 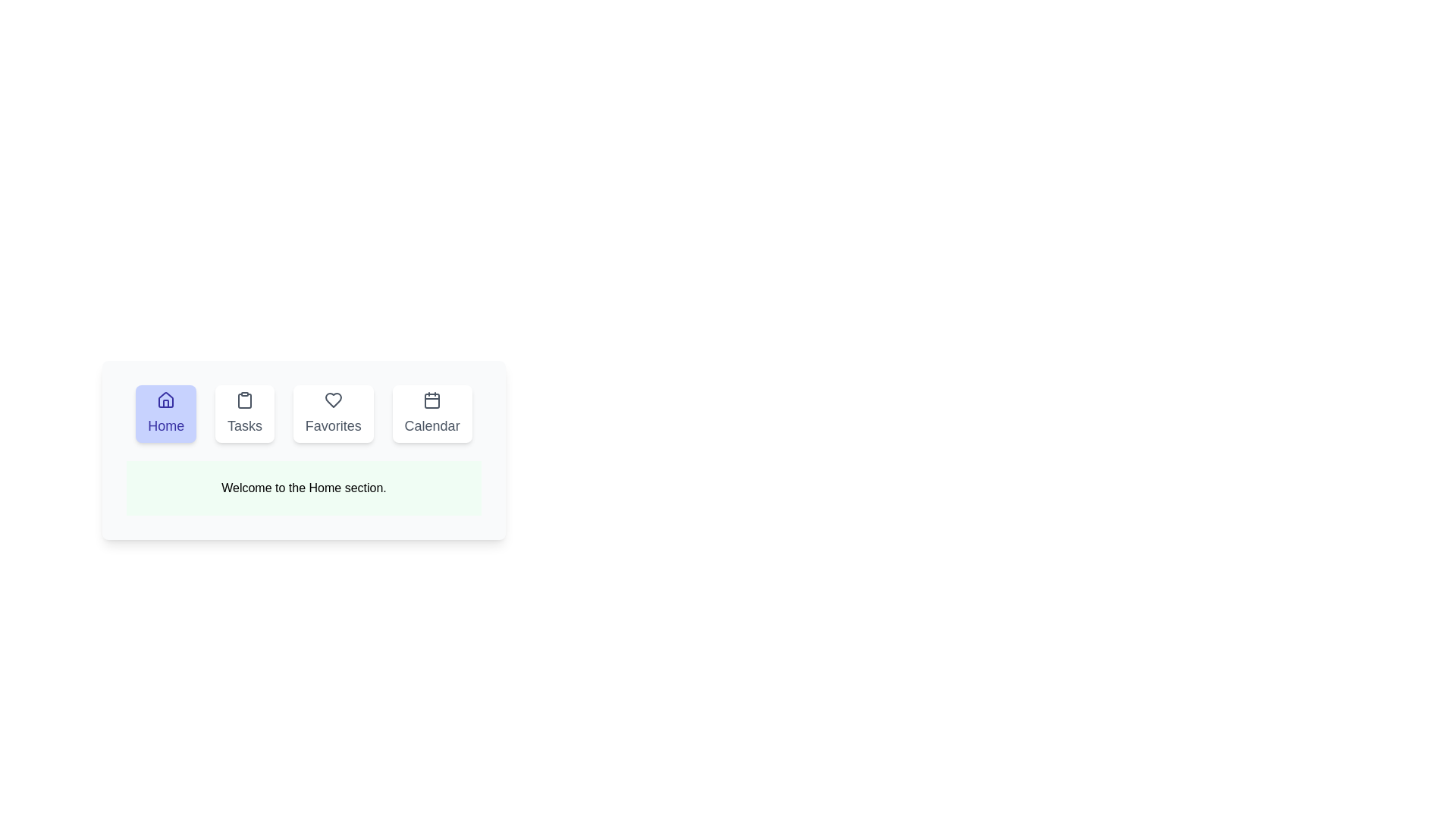 I want to click on the tab Home by clicking on its button, so click(x=166, y=414).